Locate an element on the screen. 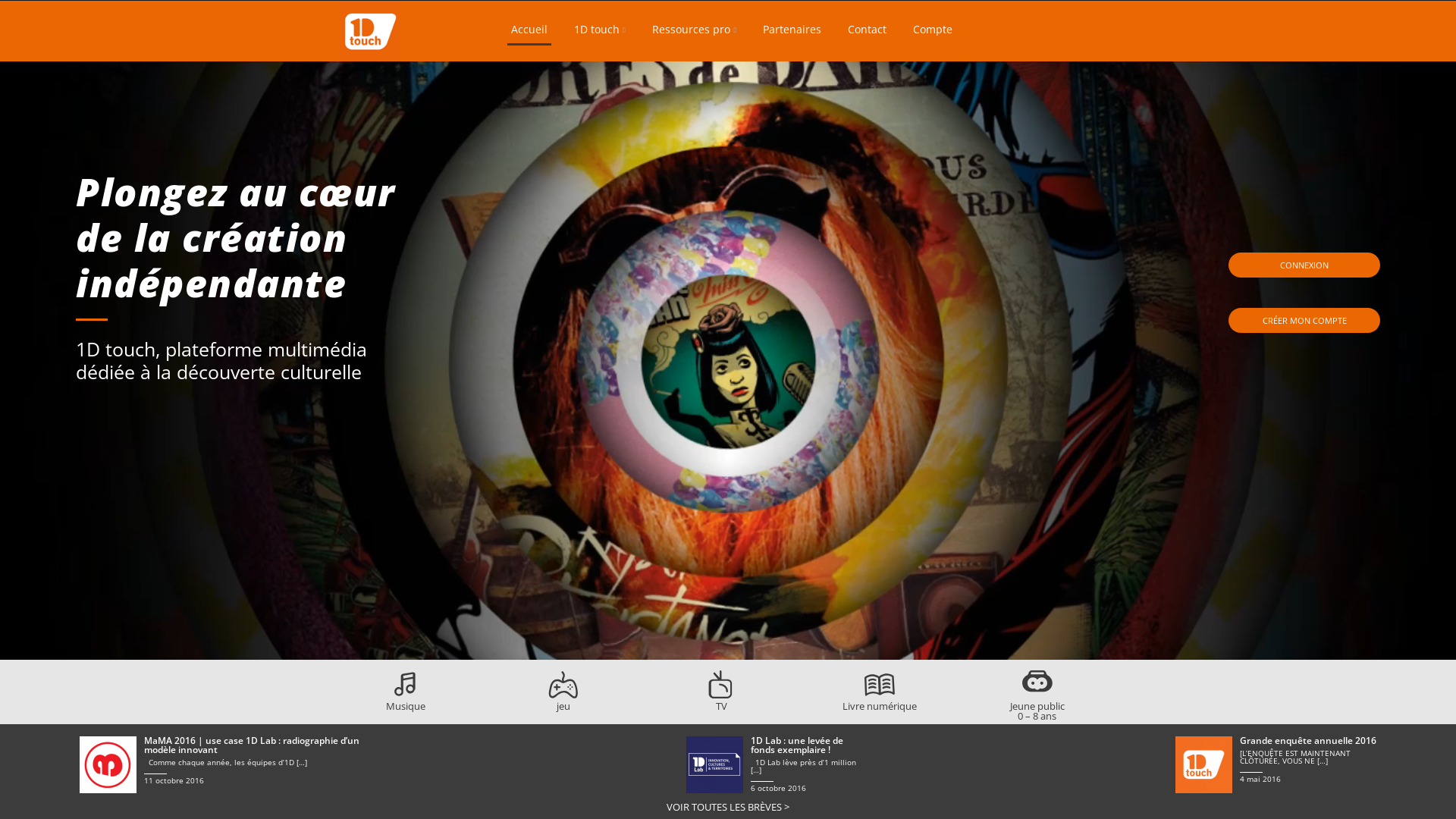 Image resolution: width=1456 pixels, height=819 pixels. 'jeu' is located at coordinates (548, 701).